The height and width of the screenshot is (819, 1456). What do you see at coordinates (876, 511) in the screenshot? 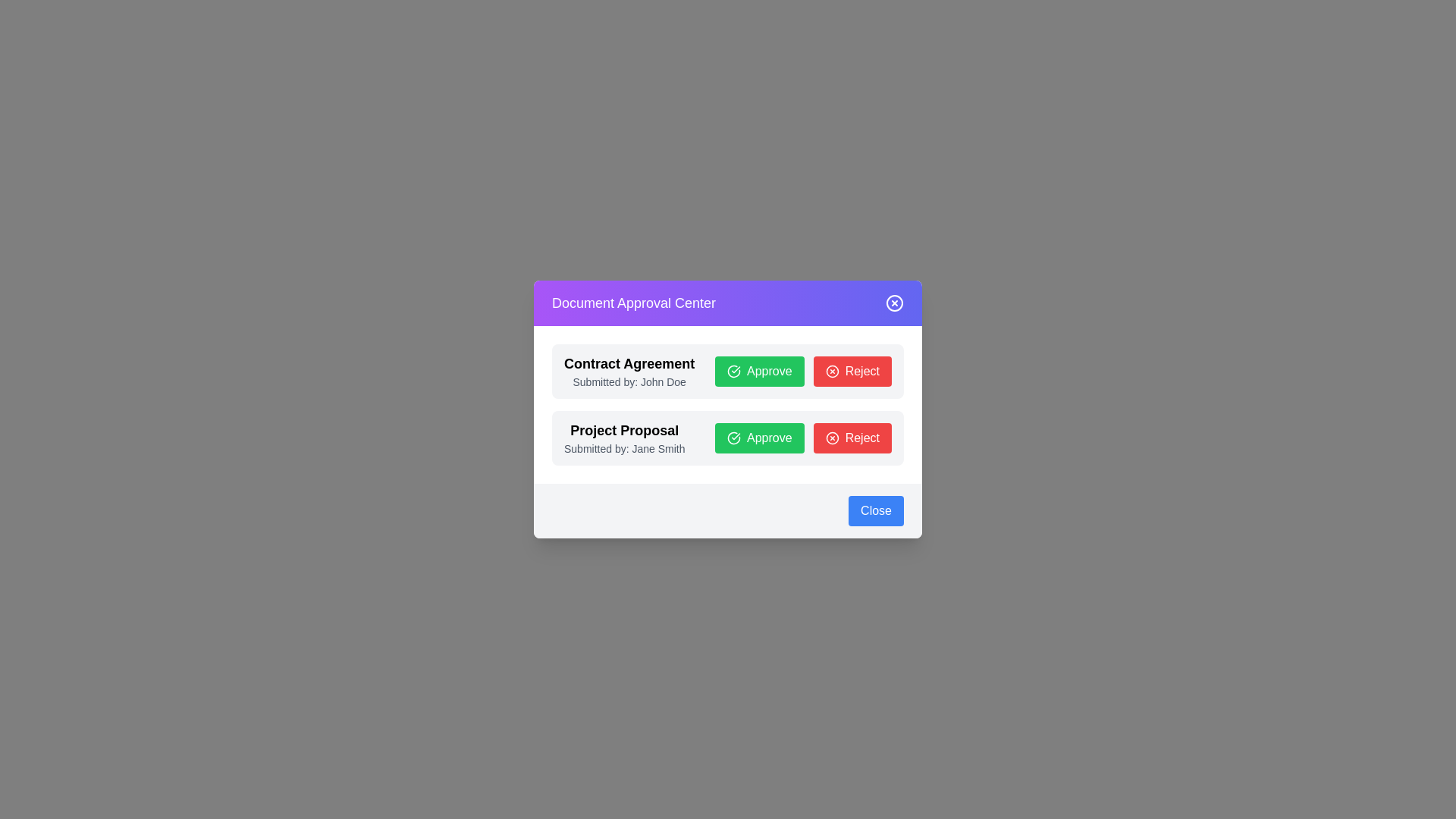
I see `the close button located in the bottom-right corner of the modal dialog box to trigger hover effects` at bounding box center [876, 511].